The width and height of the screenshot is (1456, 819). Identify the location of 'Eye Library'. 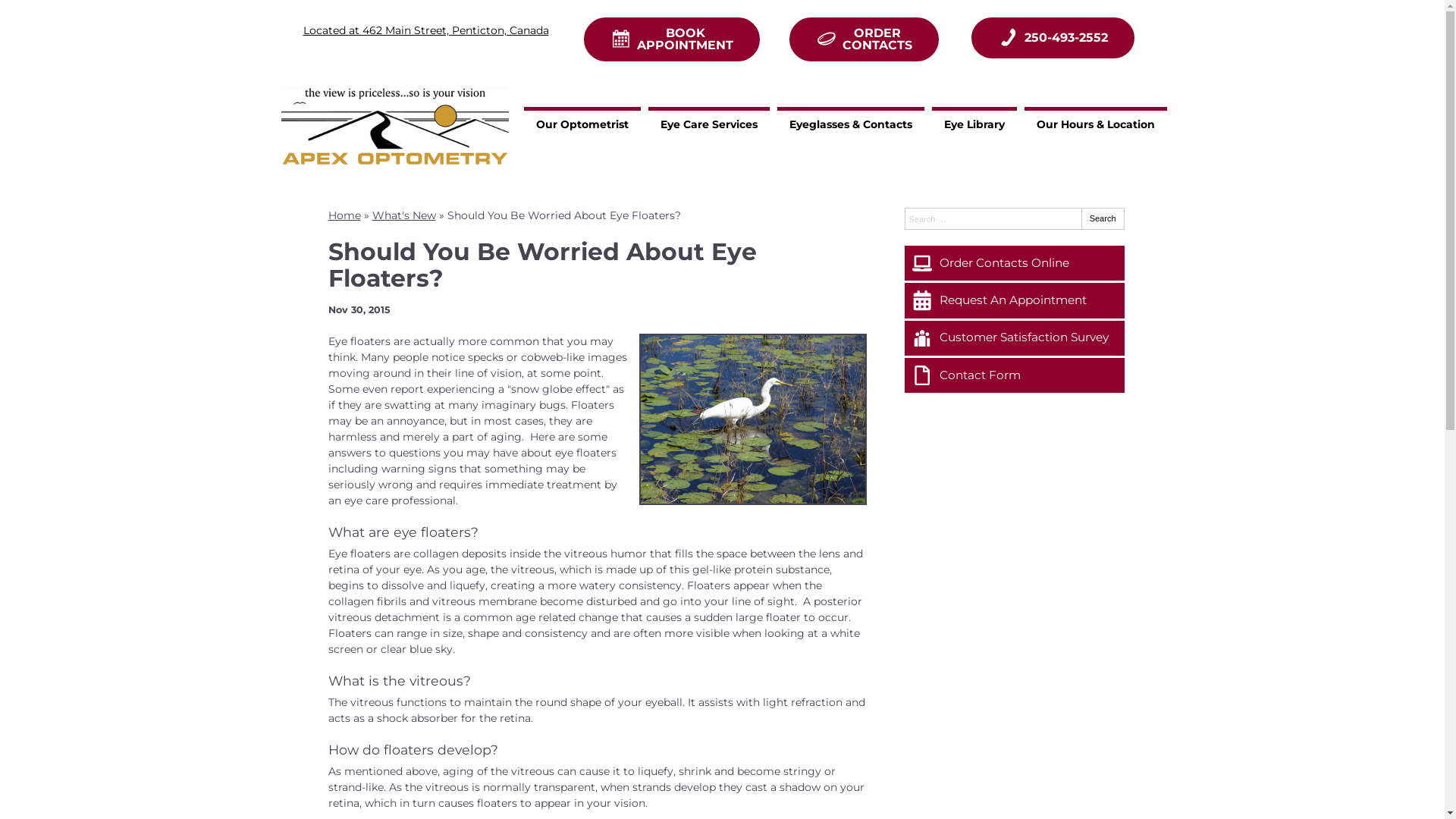
(974, 122).